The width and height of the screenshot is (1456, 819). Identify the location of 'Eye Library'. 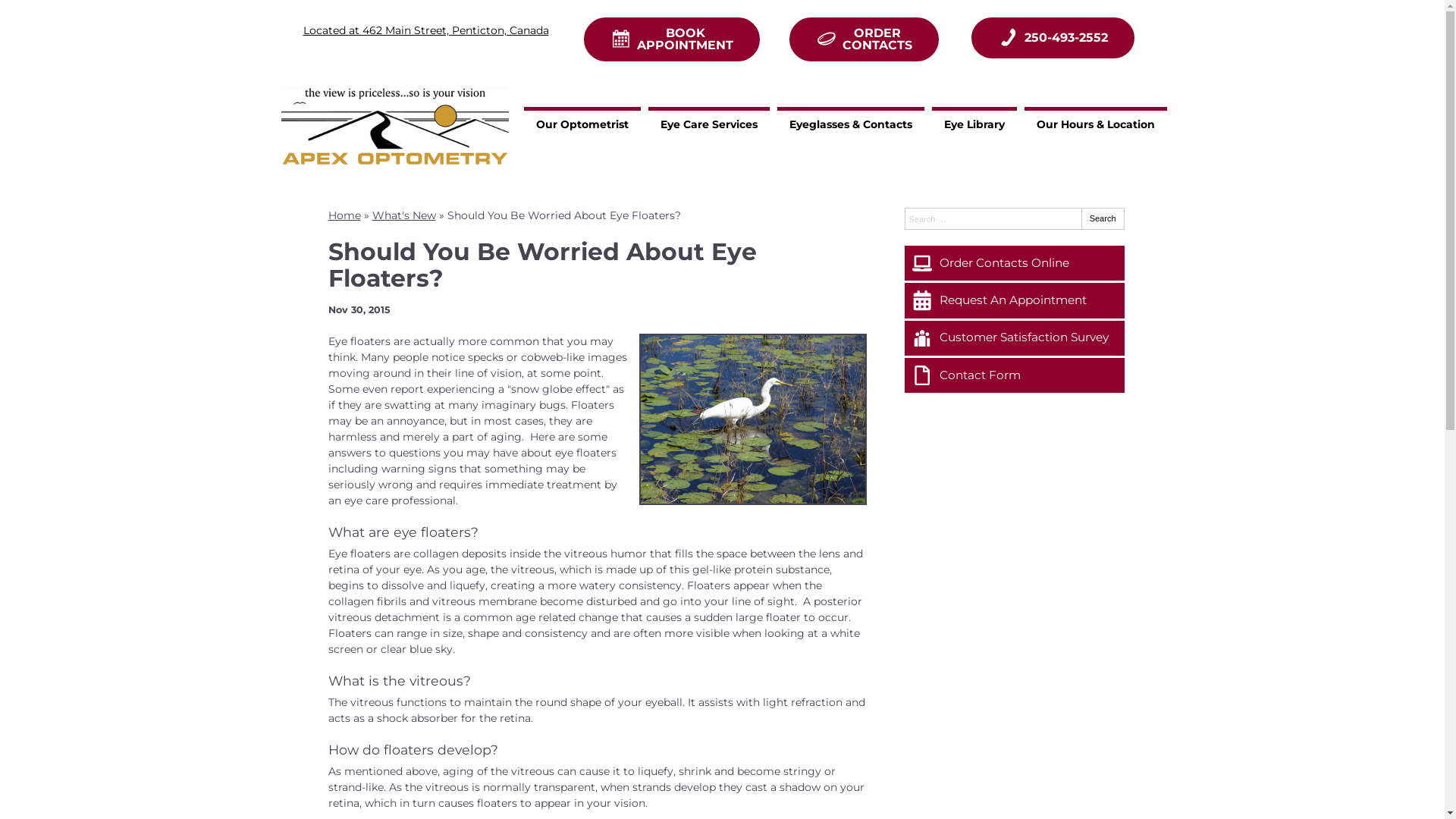
(974, 122).